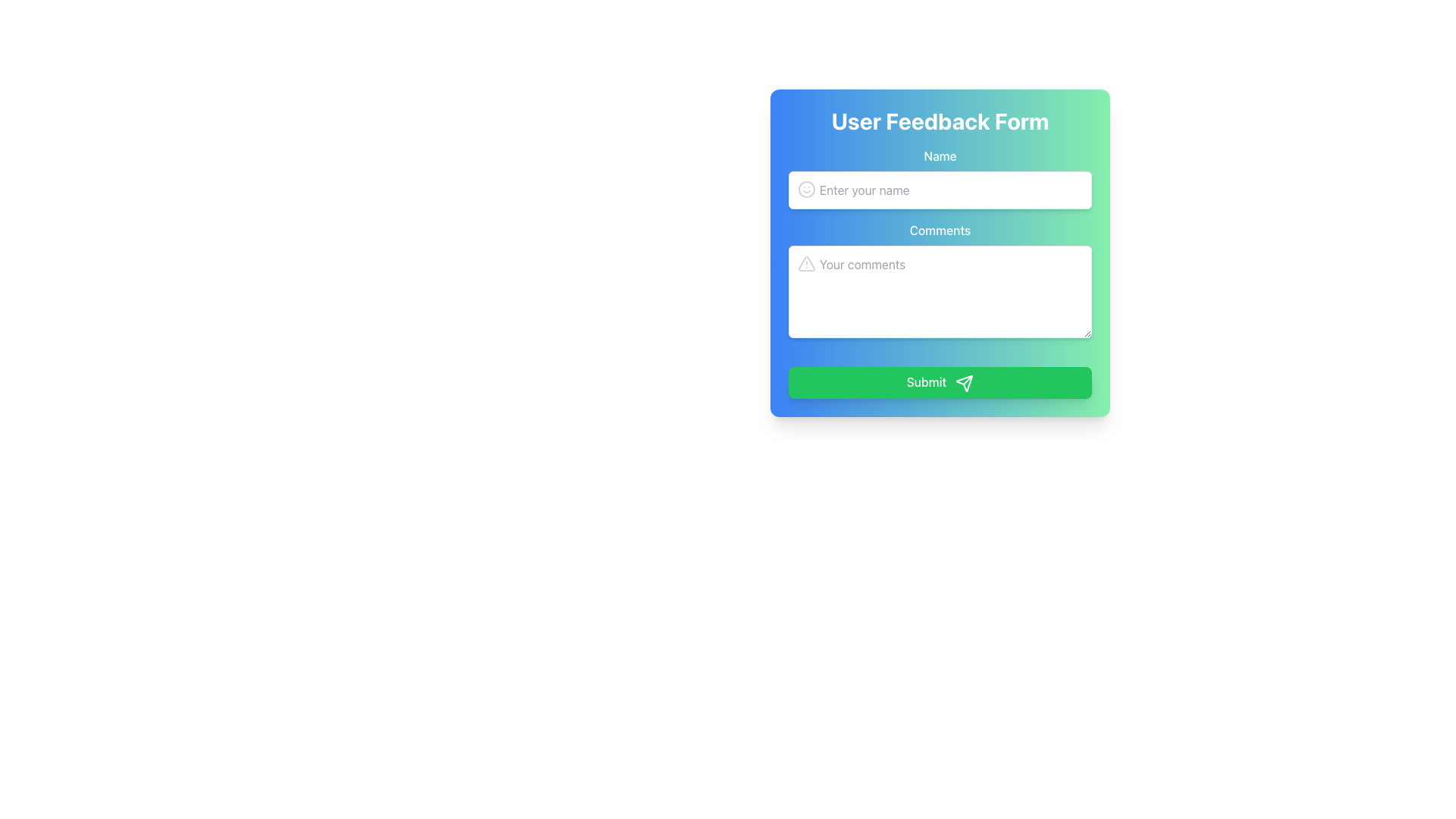  Describe the element at coordinates (806, 189) in the screenshot. I see `the small outlined smiley icon located inside the left part of the 'Name' input field` at that location.